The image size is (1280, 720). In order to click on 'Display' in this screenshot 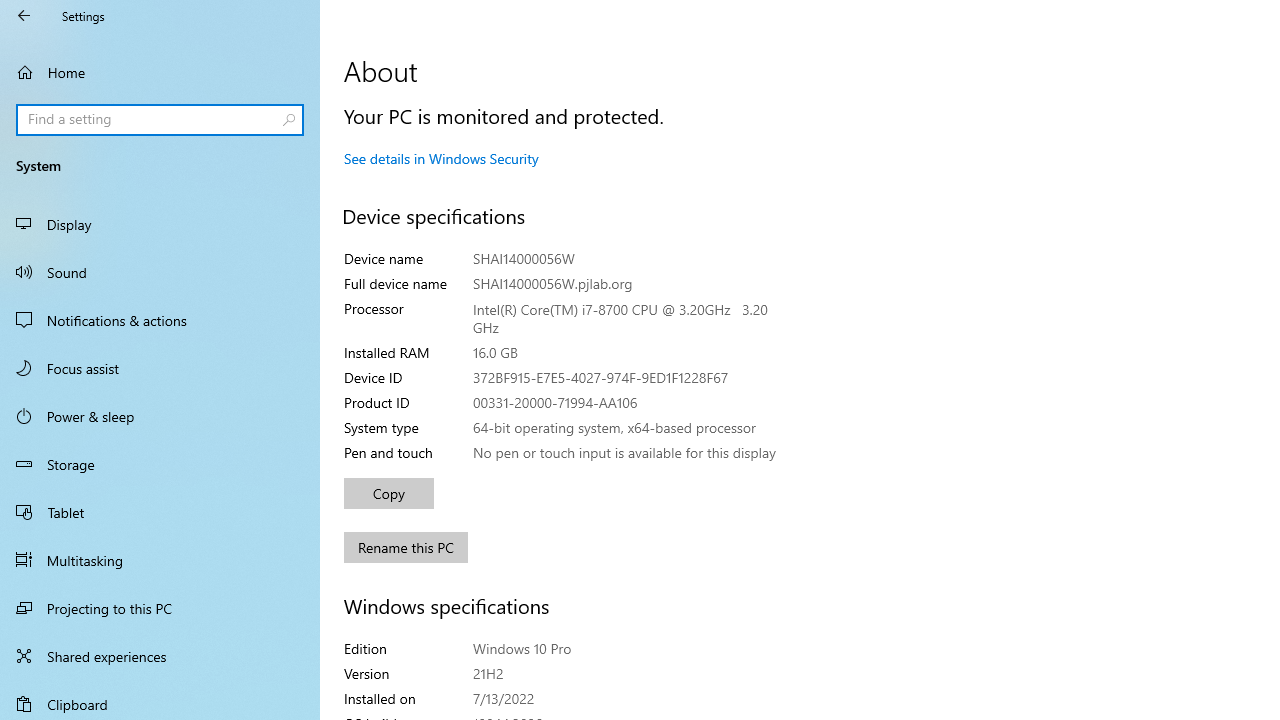, I will do `click(160, 223)`.